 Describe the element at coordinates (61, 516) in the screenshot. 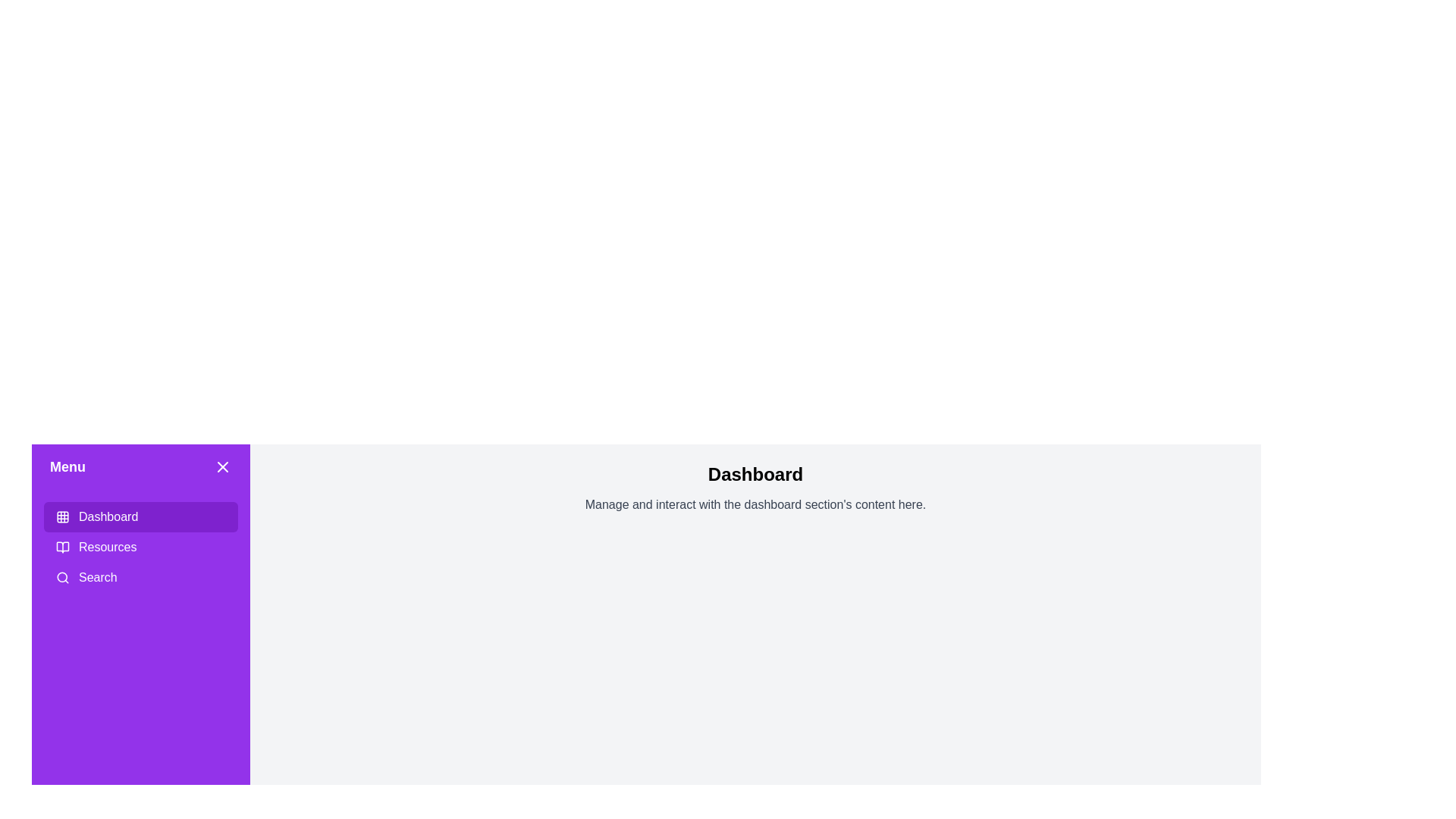

I see `the icon representing the 'Dashboard' functionality located in the sidebar menu` at that location.